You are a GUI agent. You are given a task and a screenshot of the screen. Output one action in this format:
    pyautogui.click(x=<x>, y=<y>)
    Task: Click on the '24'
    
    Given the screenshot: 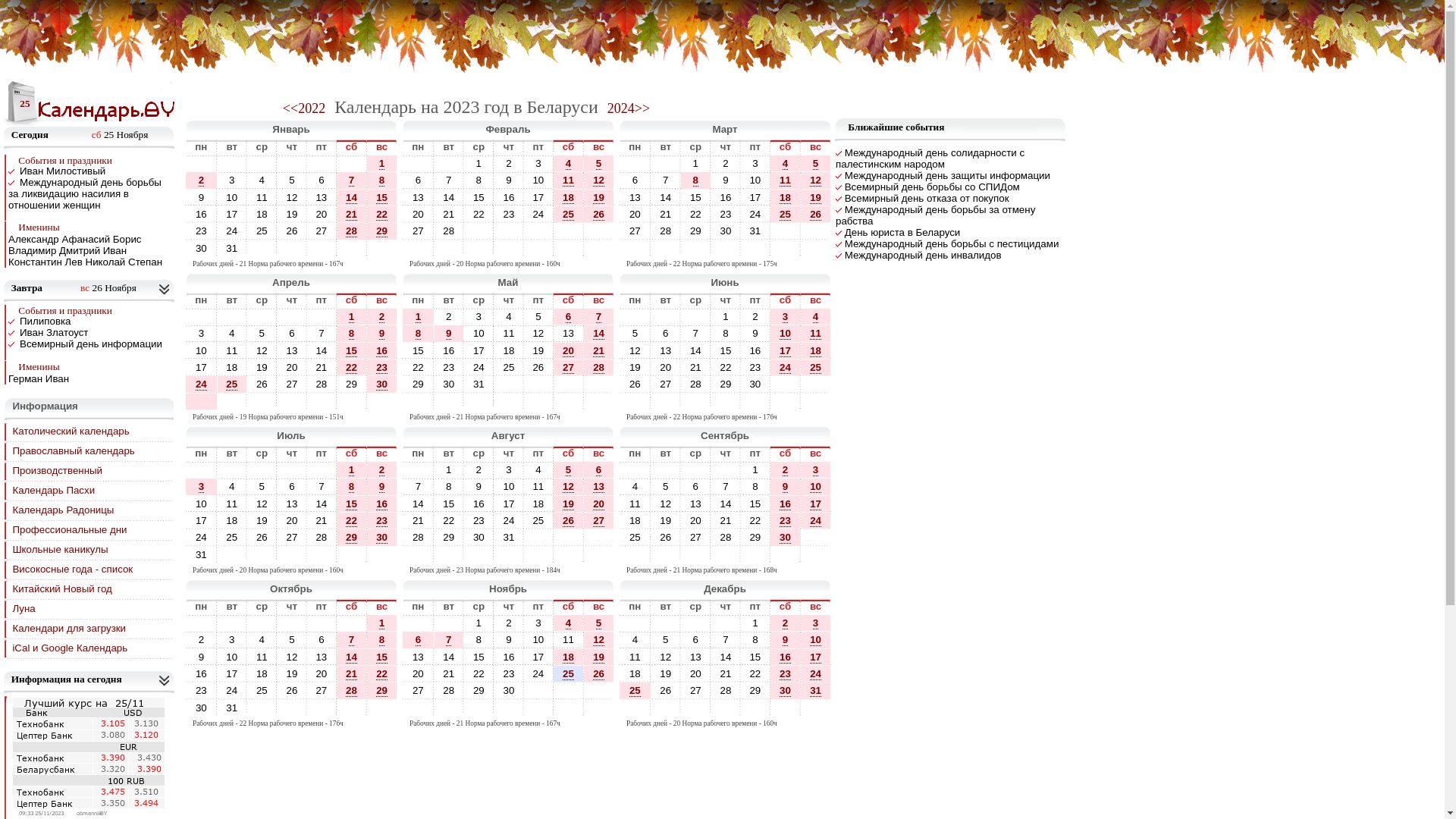 What is the action you would take?
    pyautogui.click(x=231, y=231)
    